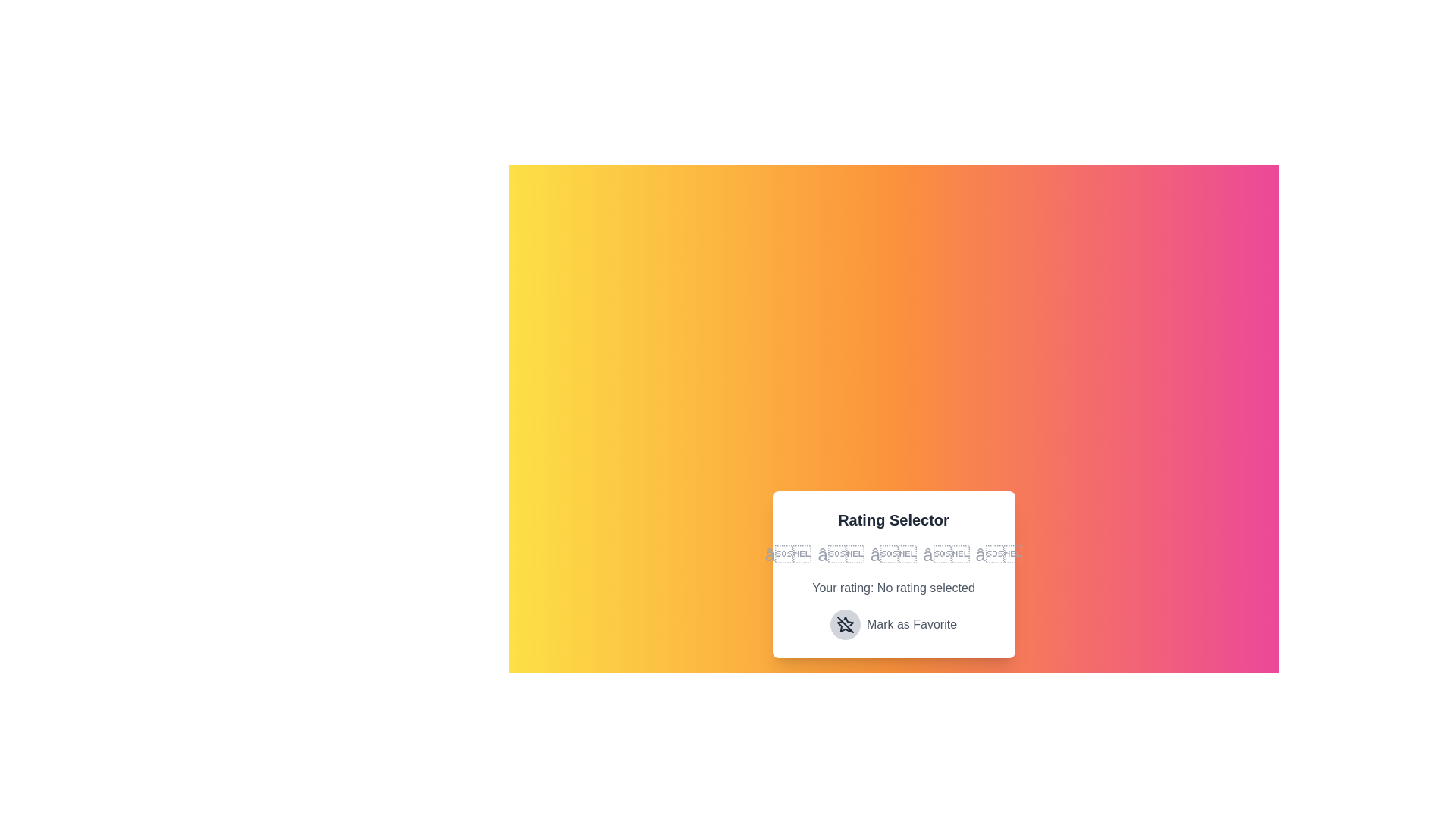 Image resolution: width=1456 pixels, height=819 pixels. I want to click on the fourth star in the horizontal row of five stars, so click(945, 555).